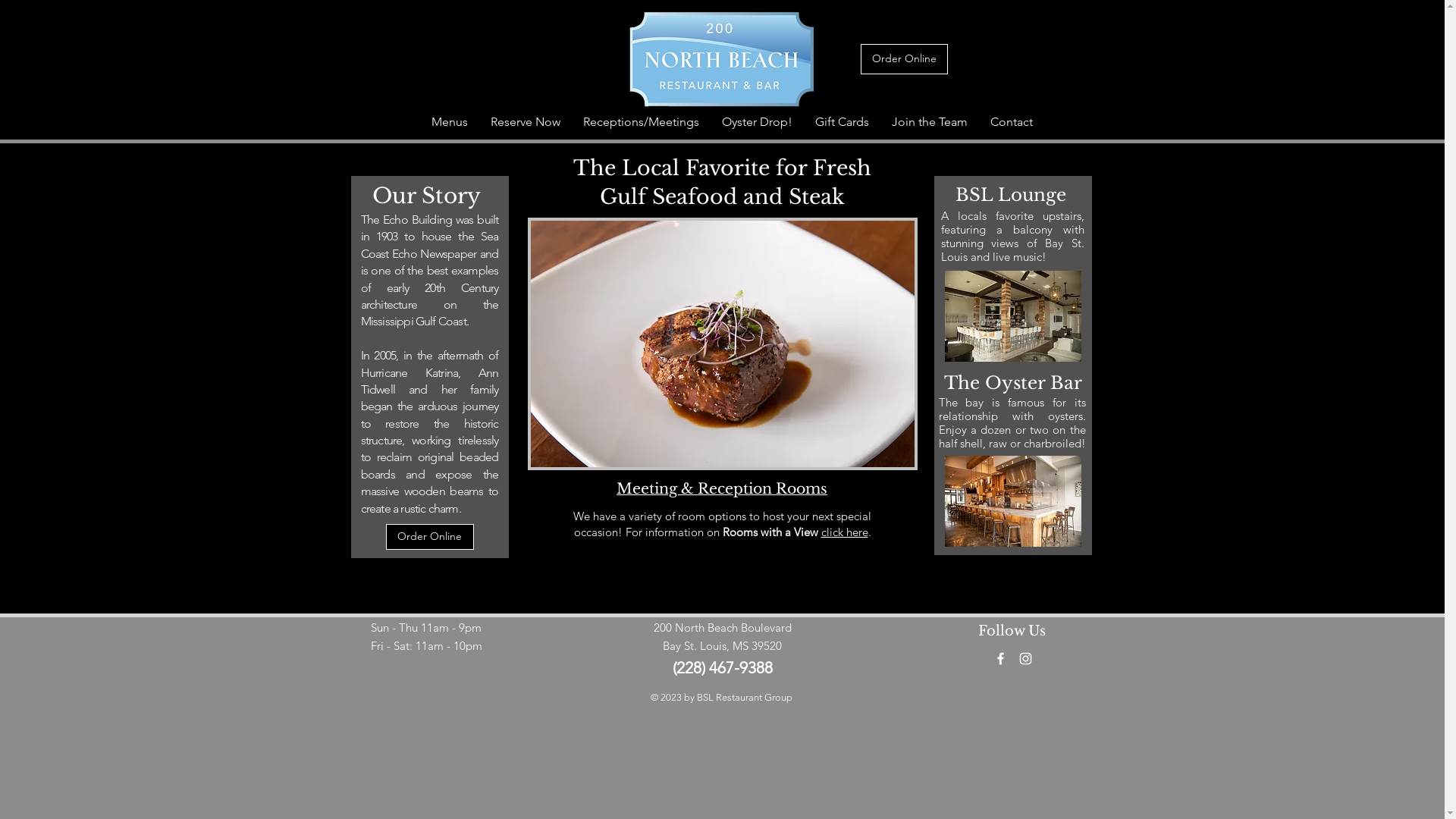 The image size is (1456, 819). I want to click on 'Oyster Drop!', so click(756, 121).